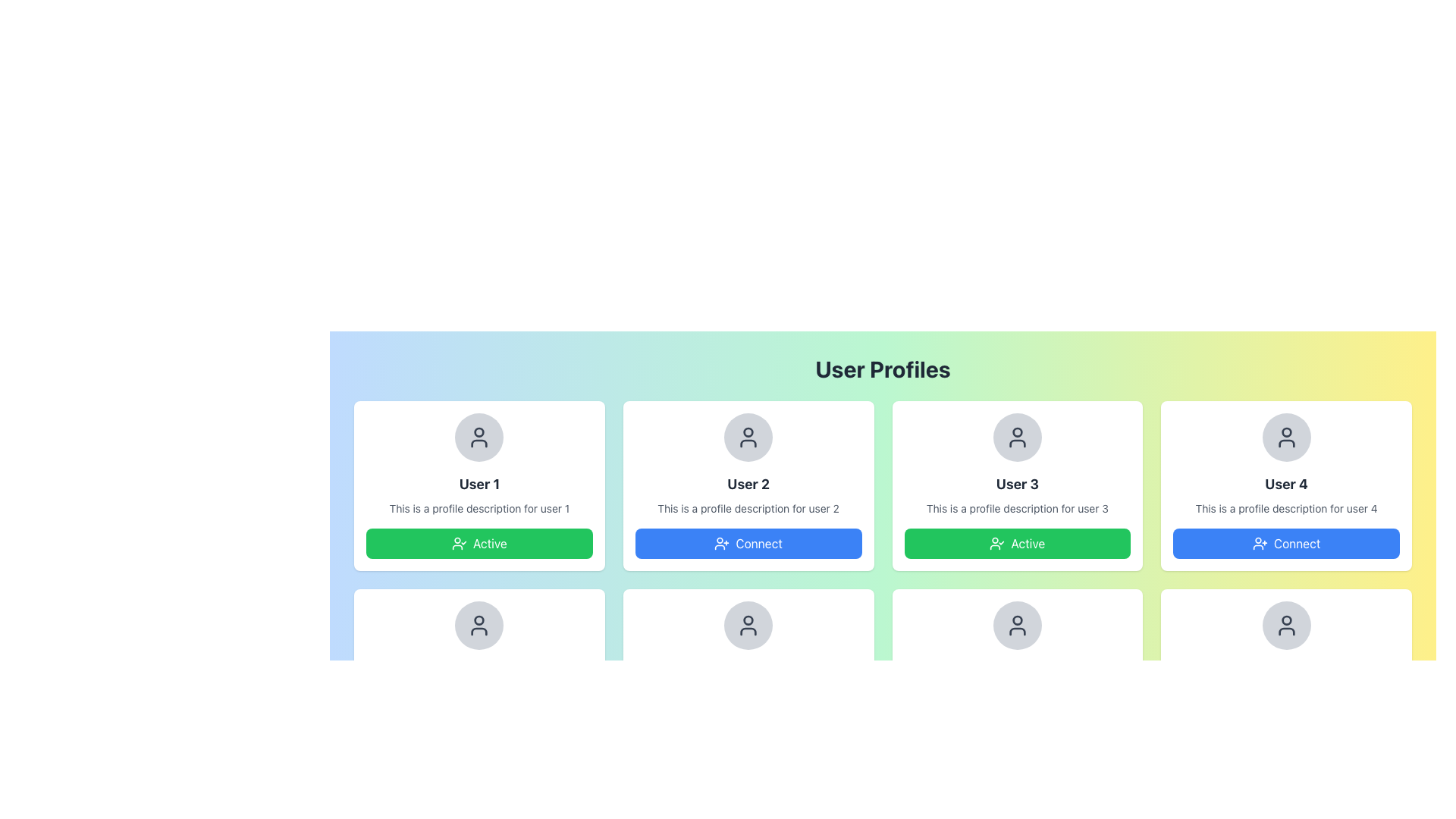 This screenshot has height=819, width=1456. Describe the element at coordinates (1017, 485) in the screenshot. I see `the Profile Card displaying User 3's summary, located in the first row and third position from the left` at that location.